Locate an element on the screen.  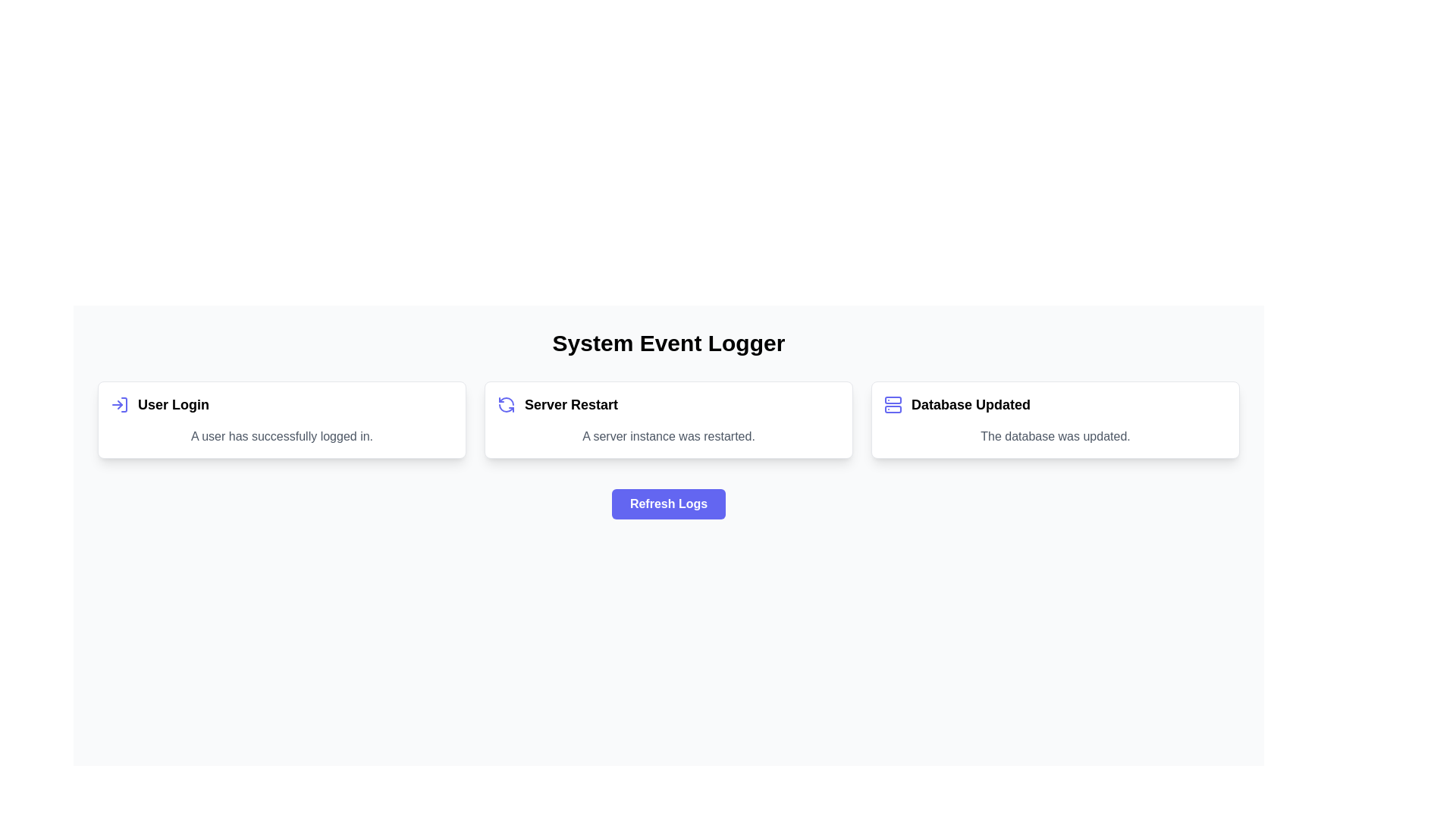
the notification card indicating a user login event, which summarizes 'User Login' and details 'A user has successfully logged in.' is located at coordinates (282, 420).